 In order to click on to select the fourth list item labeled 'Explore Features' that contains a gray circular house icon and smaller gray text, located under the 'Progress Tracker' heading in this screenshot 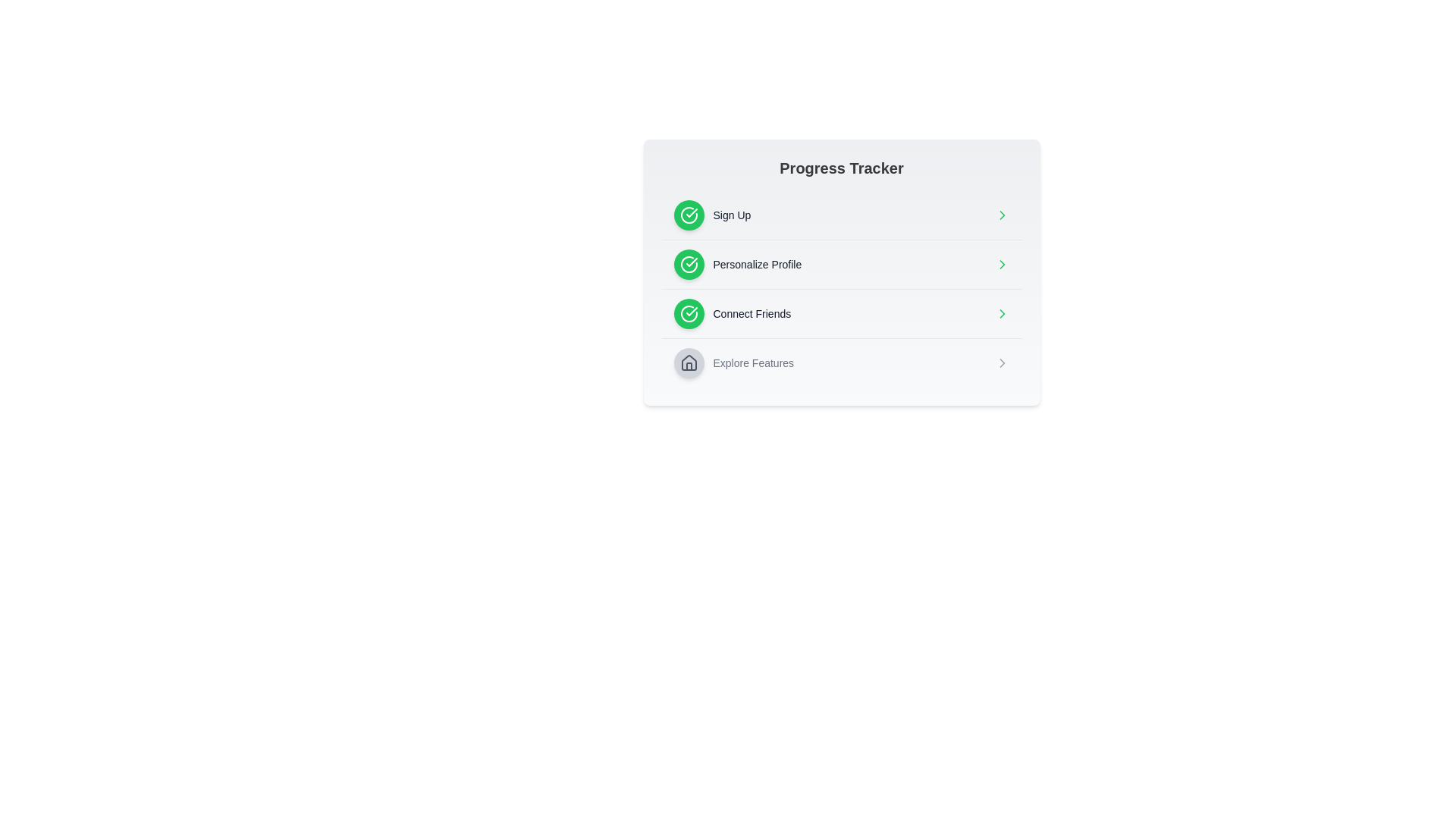, I will do `click(733, 362)`.